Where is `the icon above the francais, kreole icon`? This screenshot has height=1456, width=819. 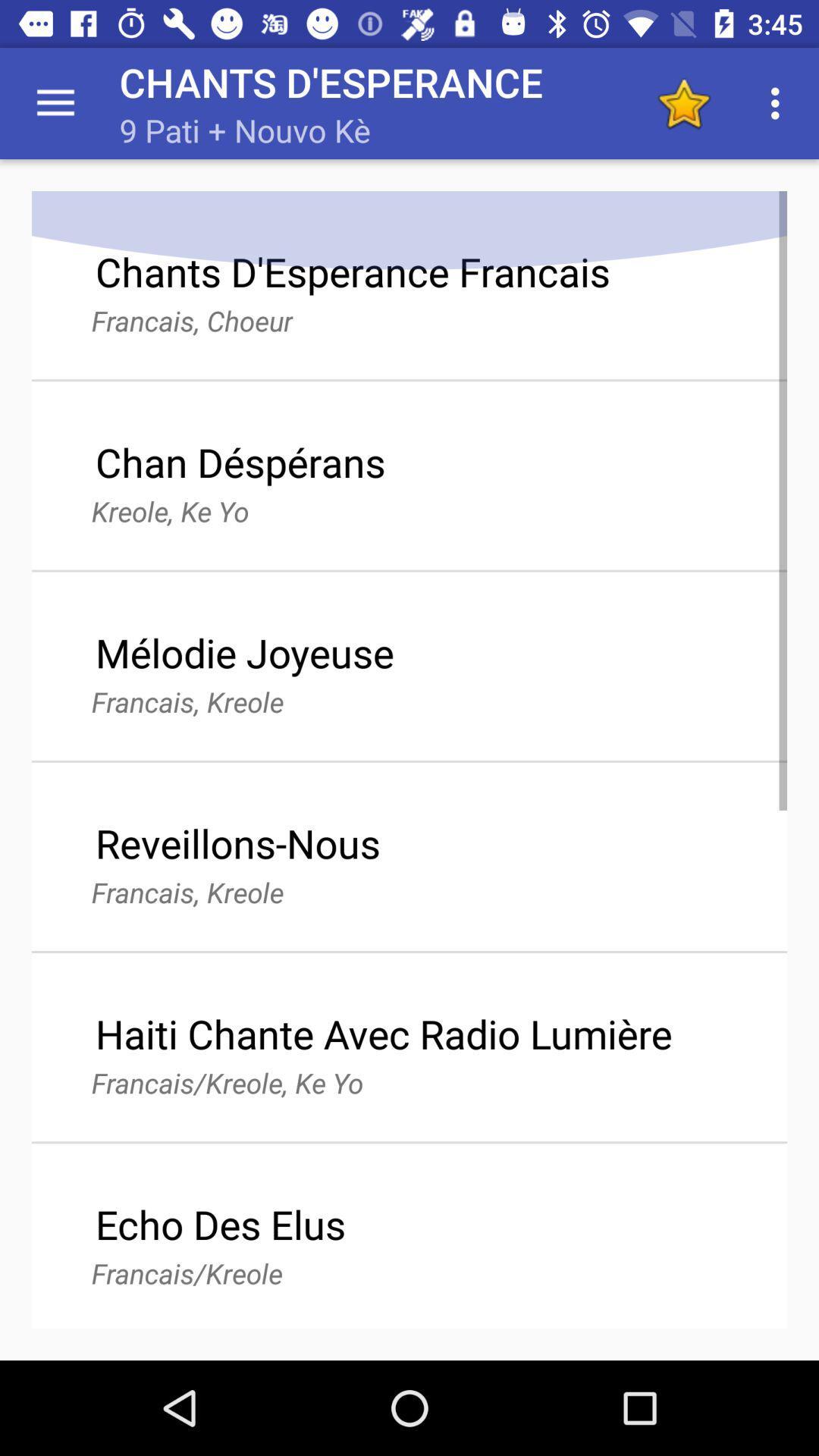 the icon above the francais, kreole icon is located at coordinates (243, 652).